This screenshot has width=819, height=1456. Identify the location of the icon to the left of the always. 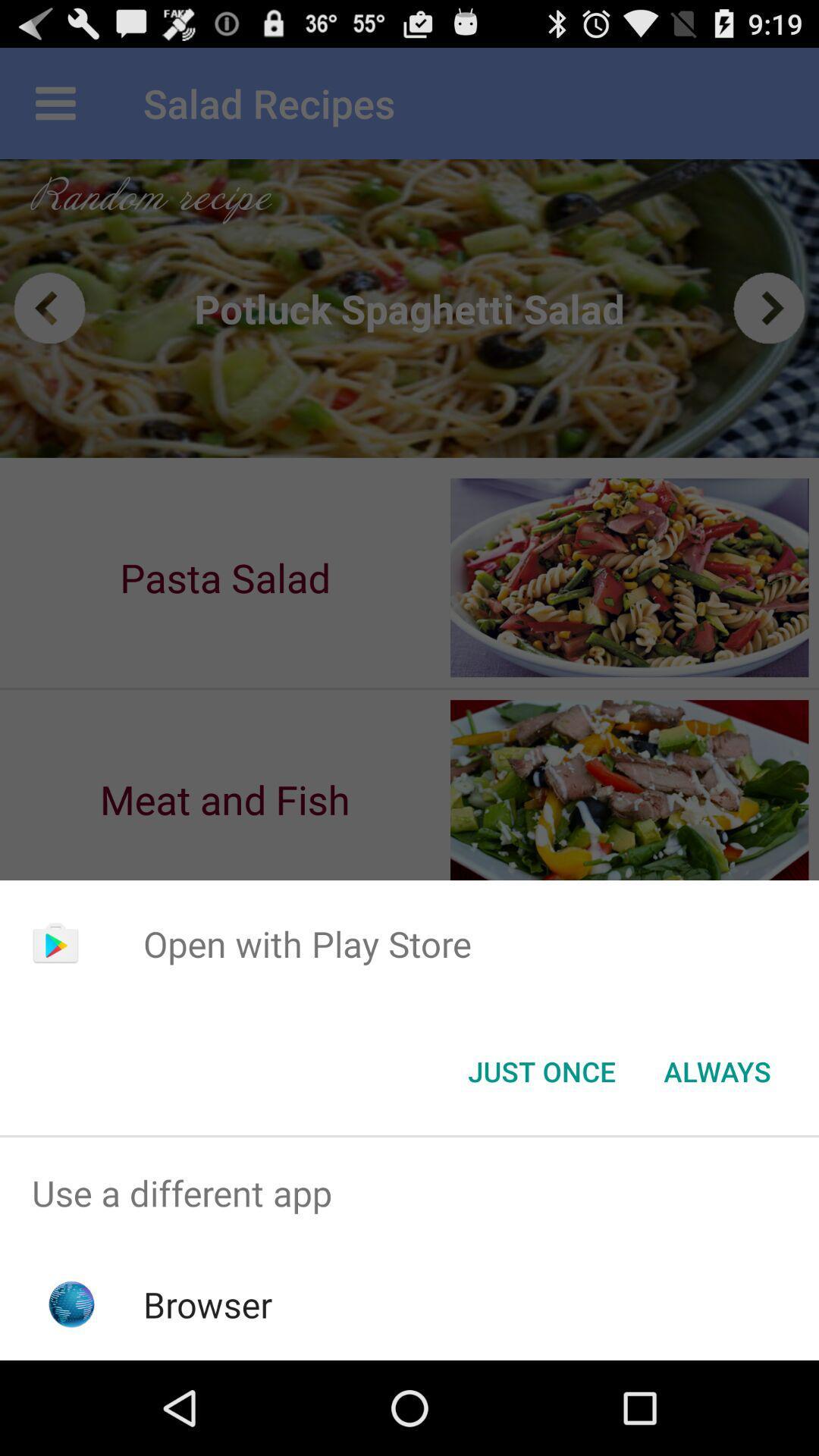
(541, 1070).